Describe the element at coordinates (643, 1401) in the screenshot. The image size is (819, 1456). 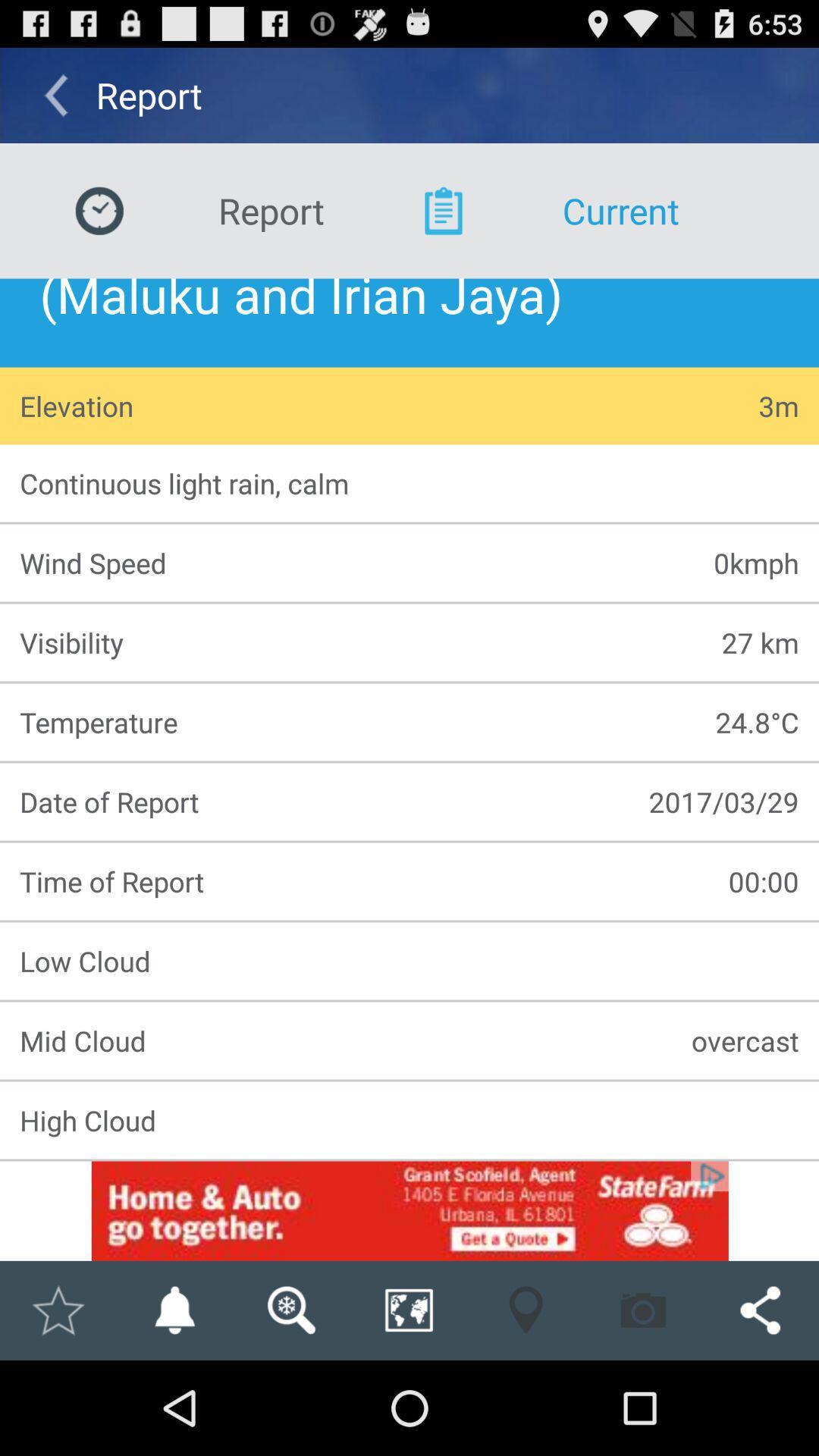
I see `the photo icon` at that location.